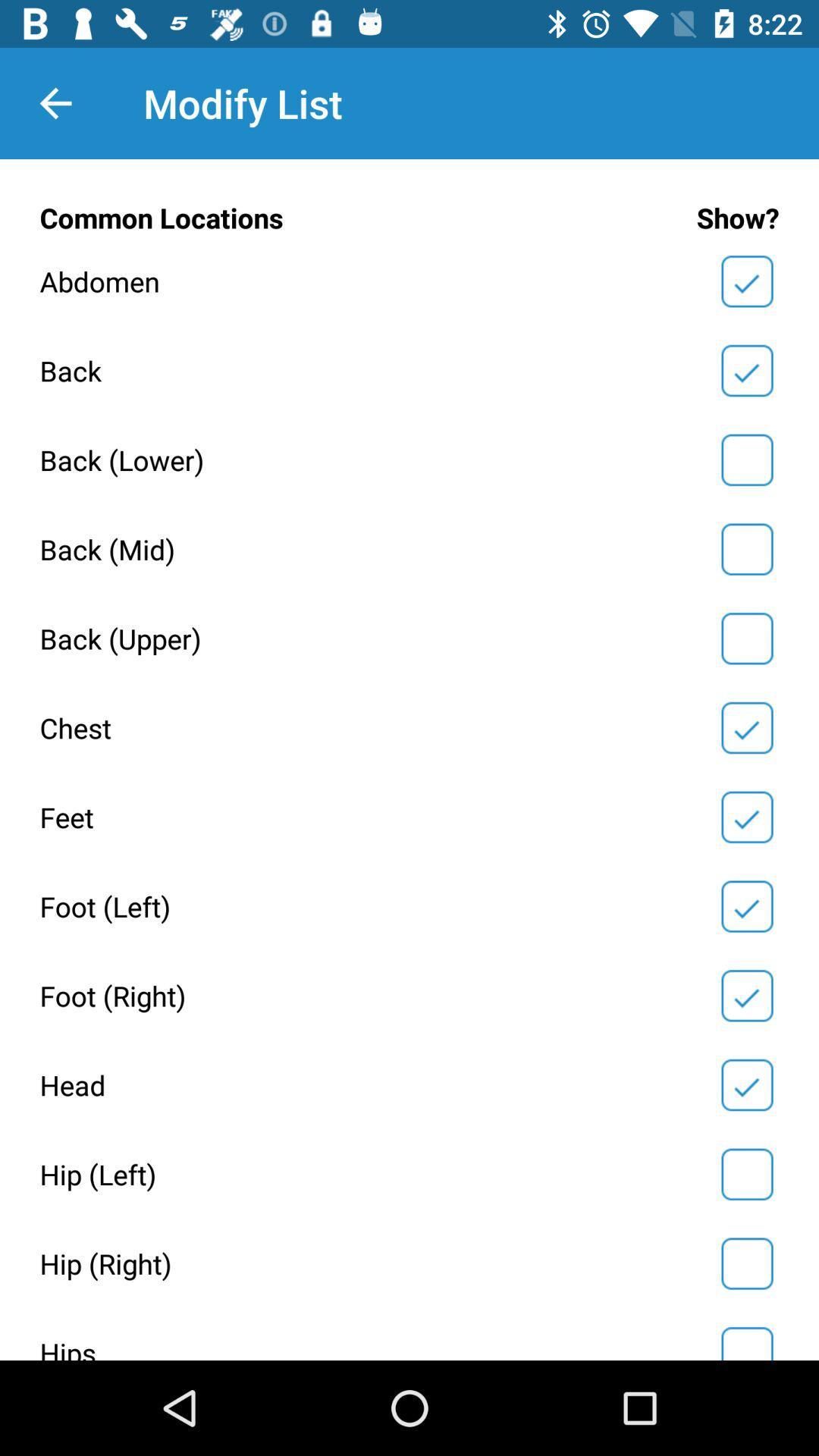  I want to click on check or uncheck hip right, so click(746, 1263).